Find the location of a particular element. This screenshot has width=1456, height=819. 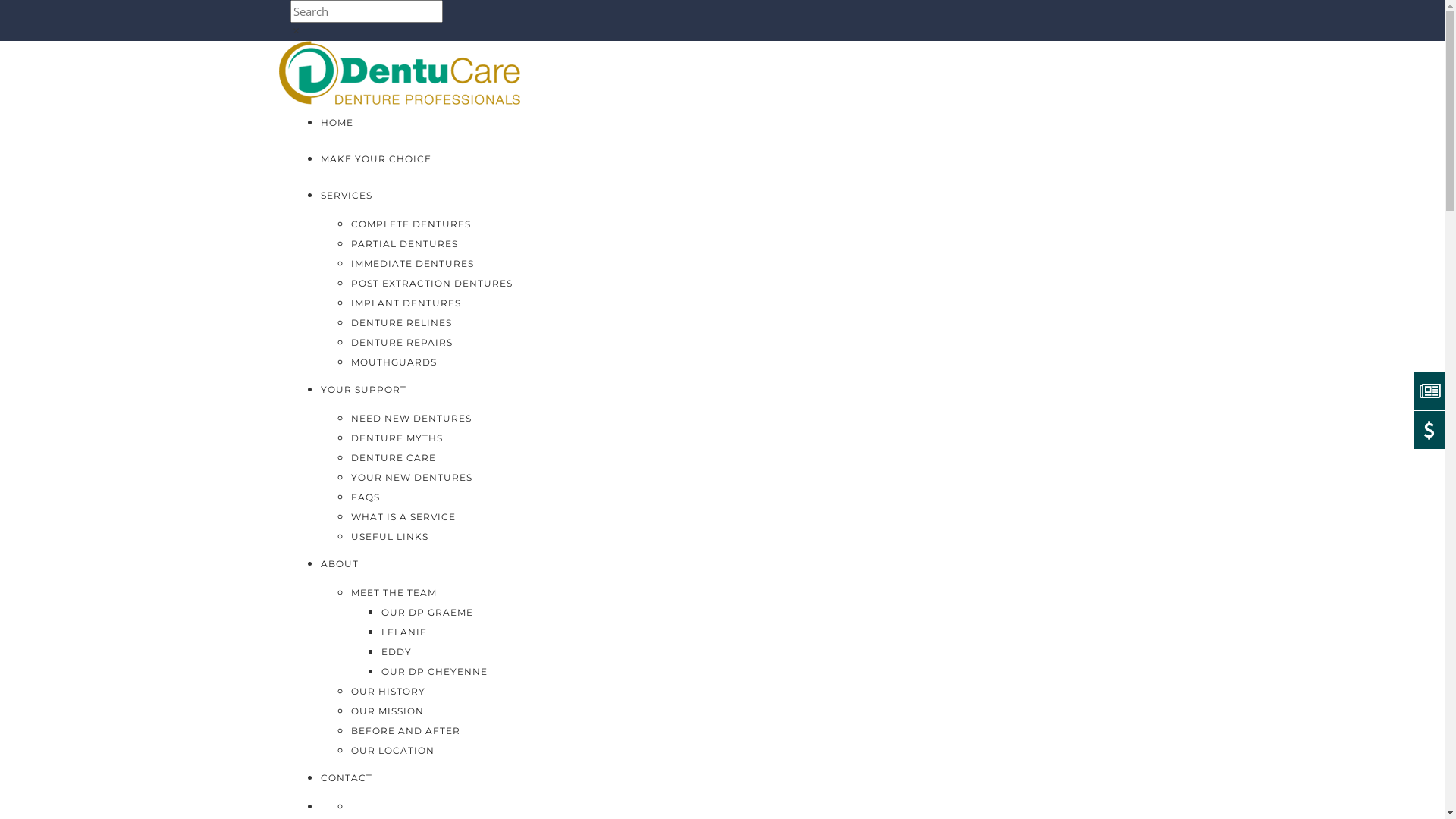

'COMPLETE DENTURES' is located at coordinates (410, 224).